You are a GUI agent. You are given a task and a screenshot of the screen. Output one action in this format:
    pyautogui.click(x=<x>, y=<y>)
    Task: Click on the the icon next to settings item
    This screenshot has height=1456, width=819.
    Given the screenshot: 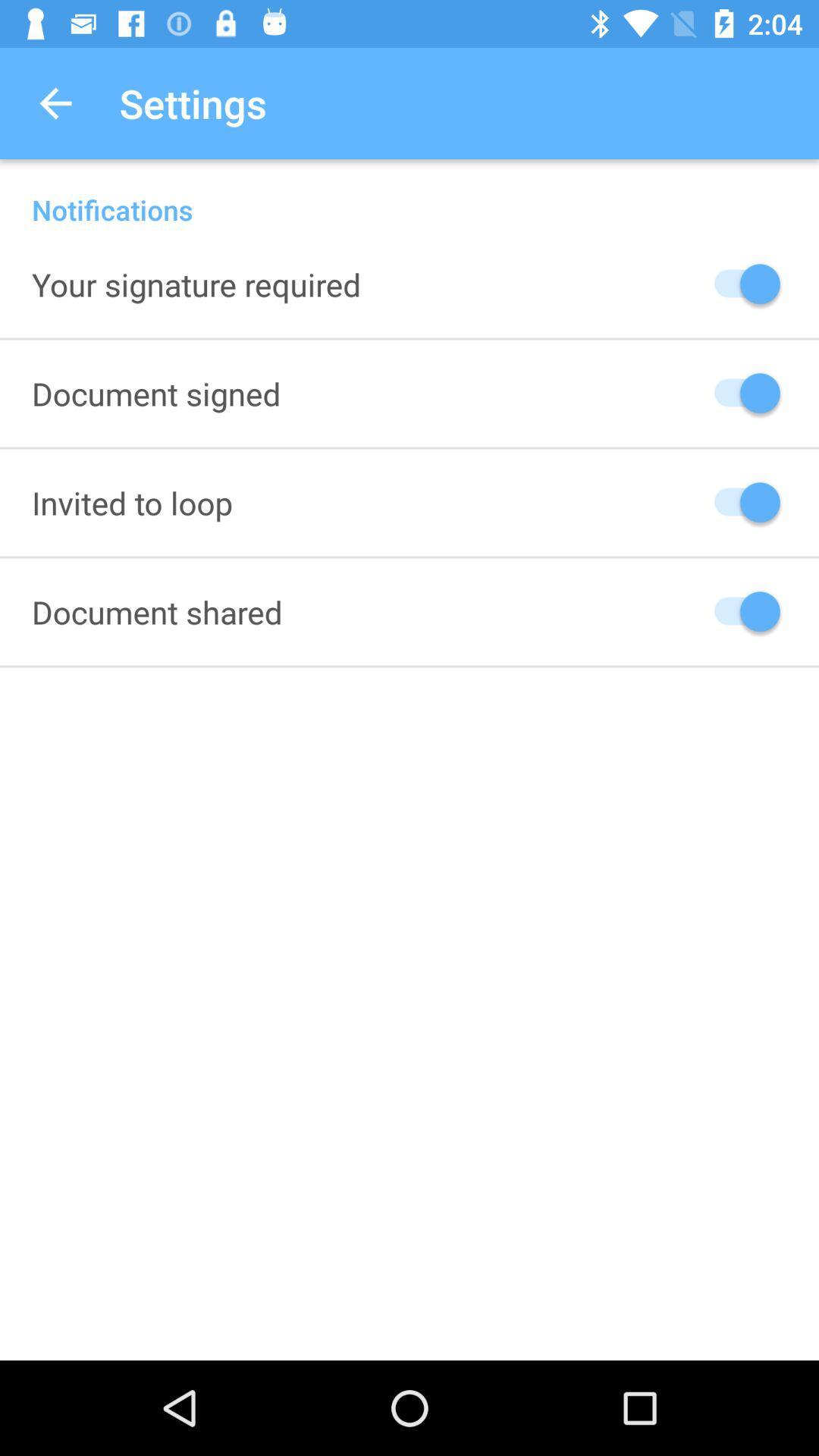 What is the action you would take?
    pyautogui.click(x=55, y=102)
    